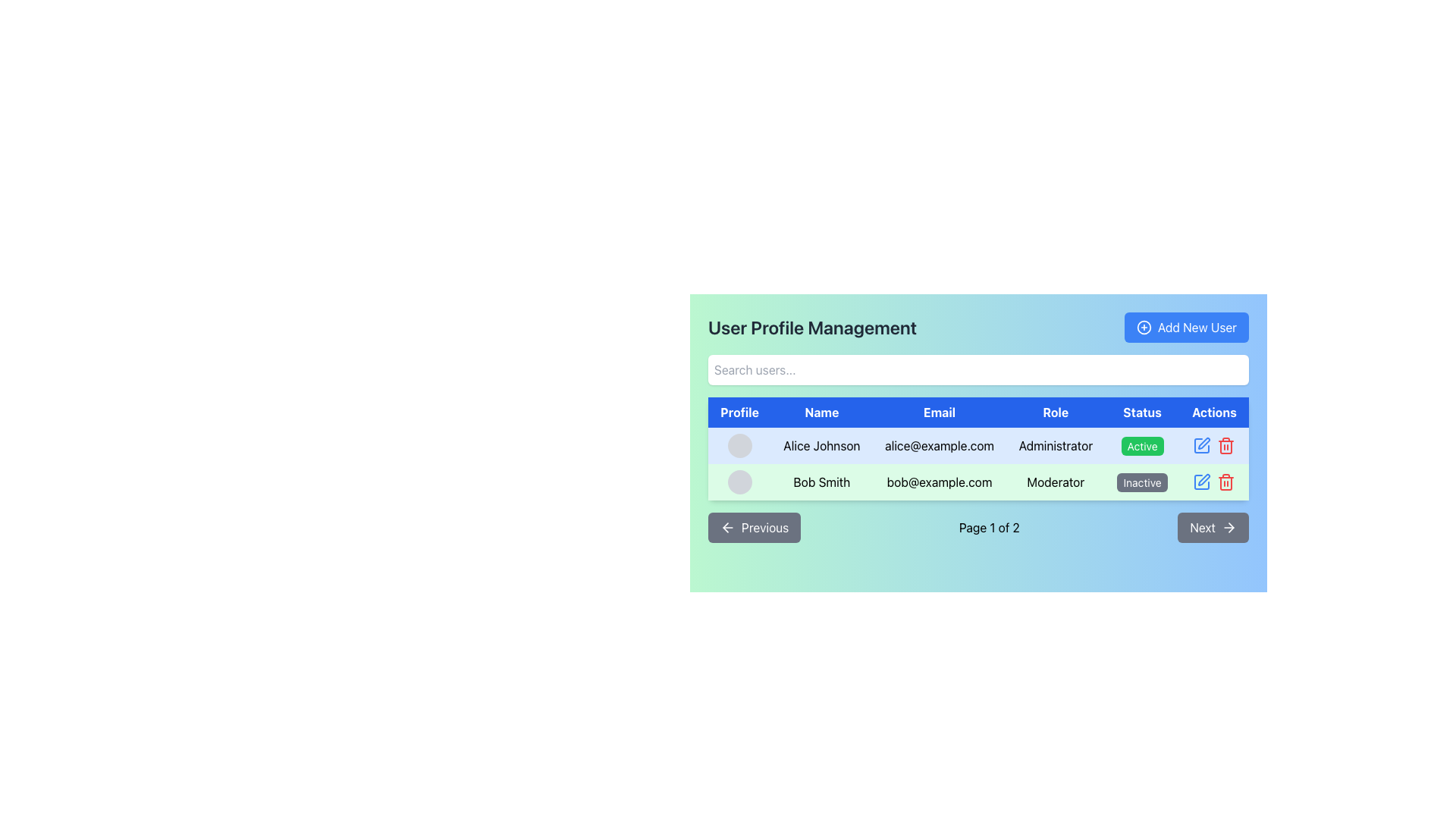 The height and width of the screenshot is (819, 1456). I want to click on the compact blue pen icon button in the 'Actions' column of the second row in the user management table to initiate editing, so click(1201, 482).